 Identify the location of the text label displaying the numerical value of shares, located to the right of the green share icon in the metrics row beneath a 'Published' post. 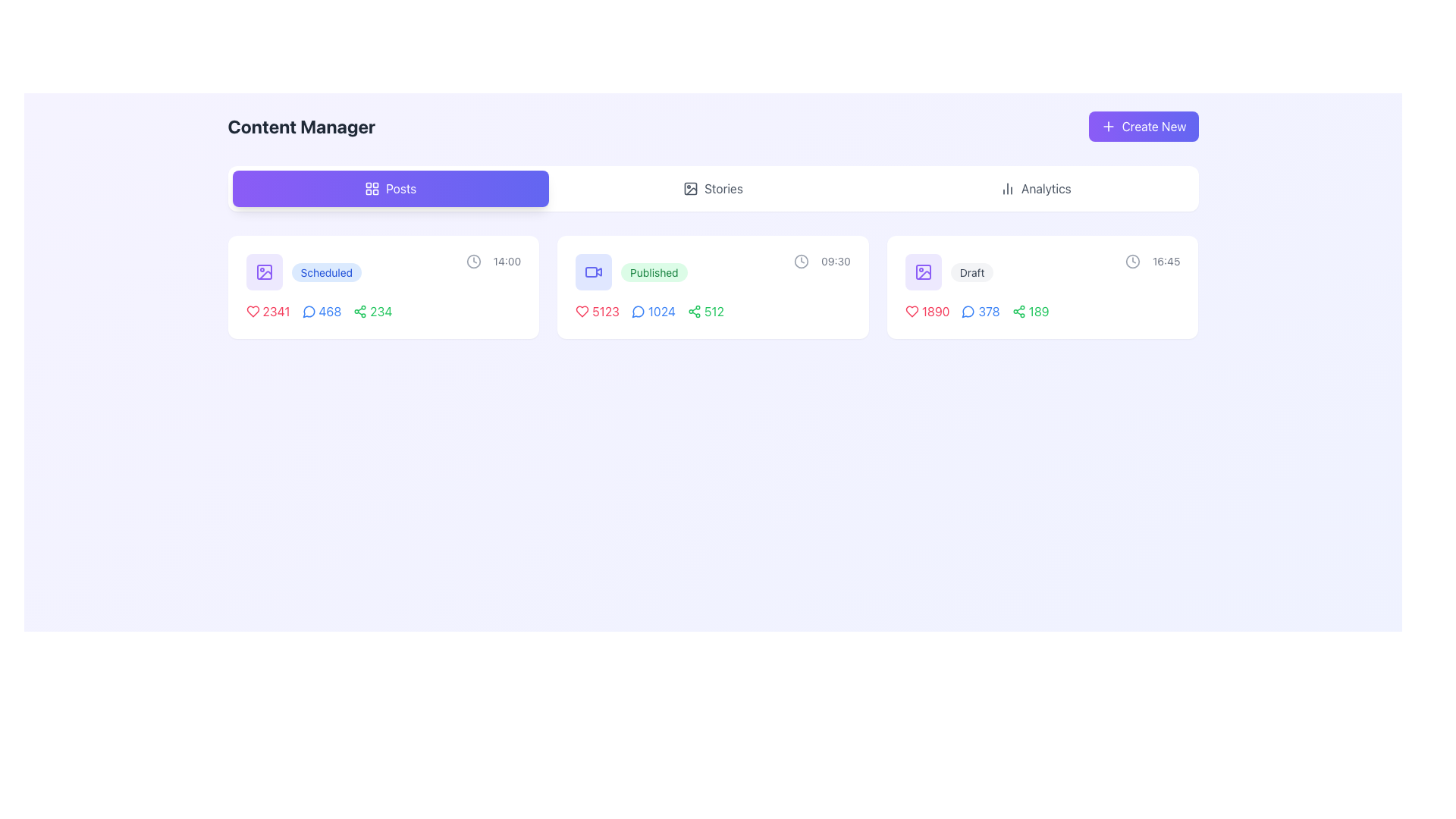
(713, 311).